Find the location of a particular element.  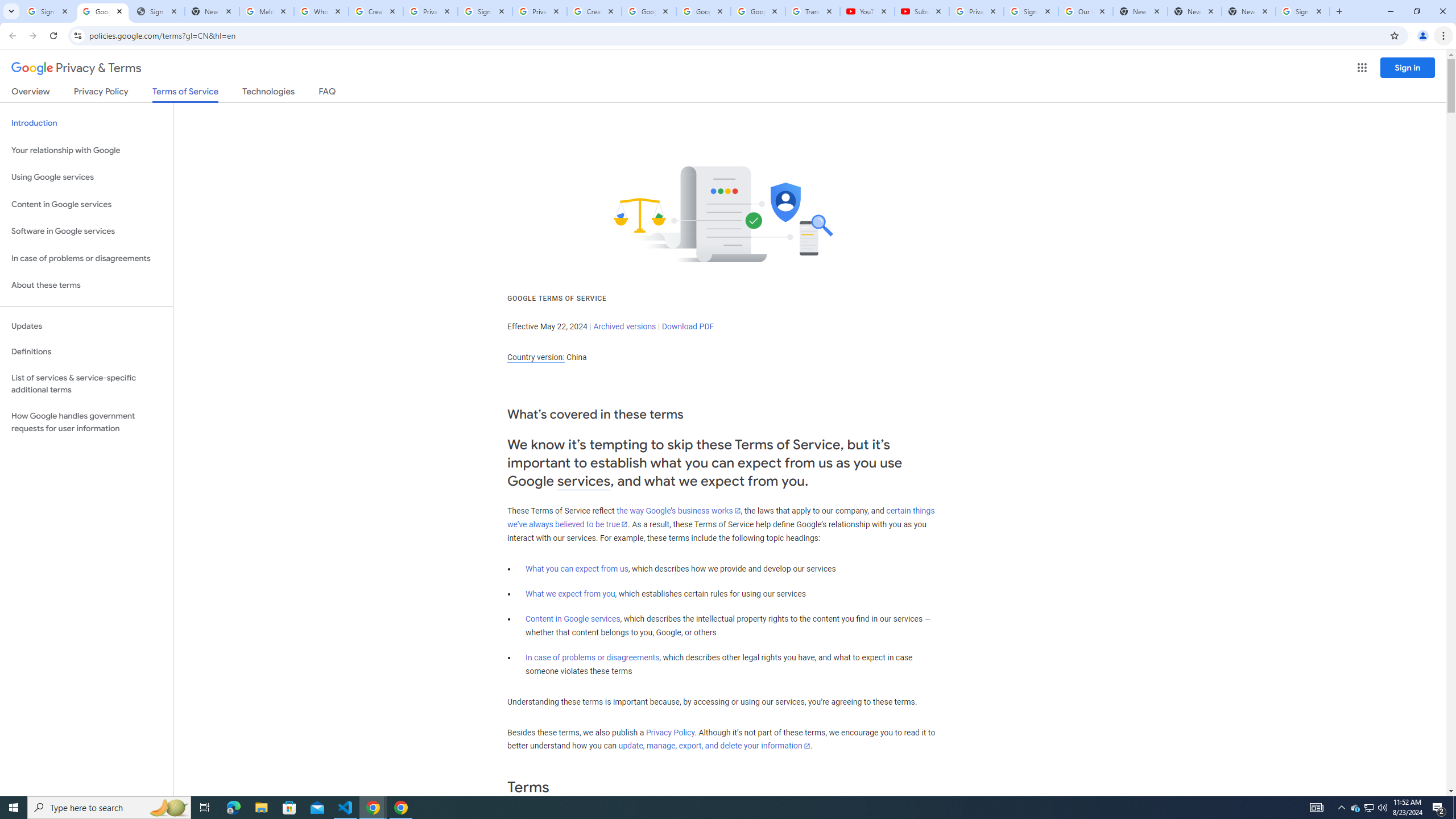

'Software in Google services' is located at coordinates (86, 230).